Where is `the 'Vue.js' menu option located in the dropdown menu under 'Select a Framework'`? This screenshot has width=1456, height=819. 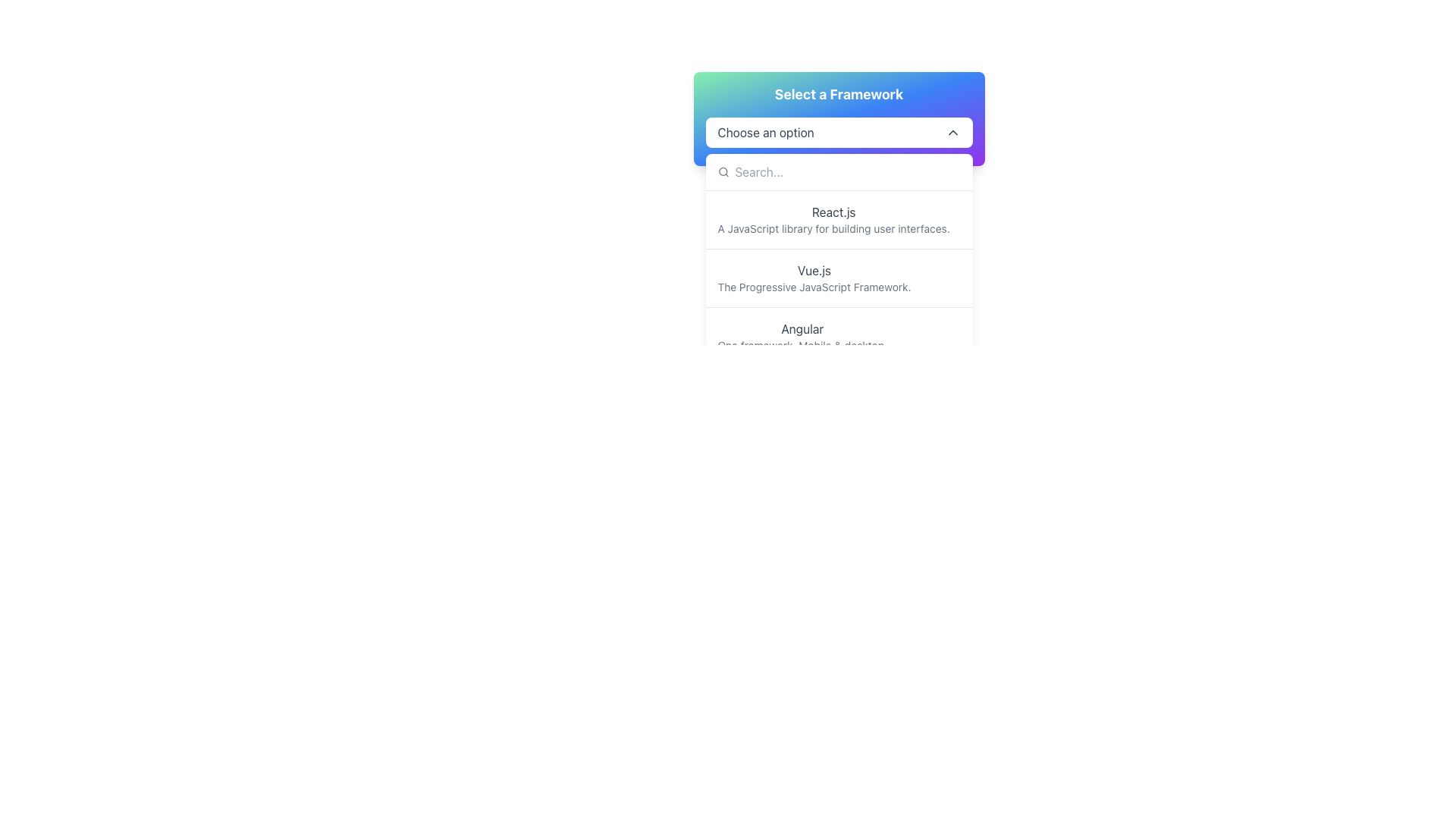
the 'Vue.js' menu option located in the dropdown menu under 'Select a Framework' is located at coordinates (814, 278).